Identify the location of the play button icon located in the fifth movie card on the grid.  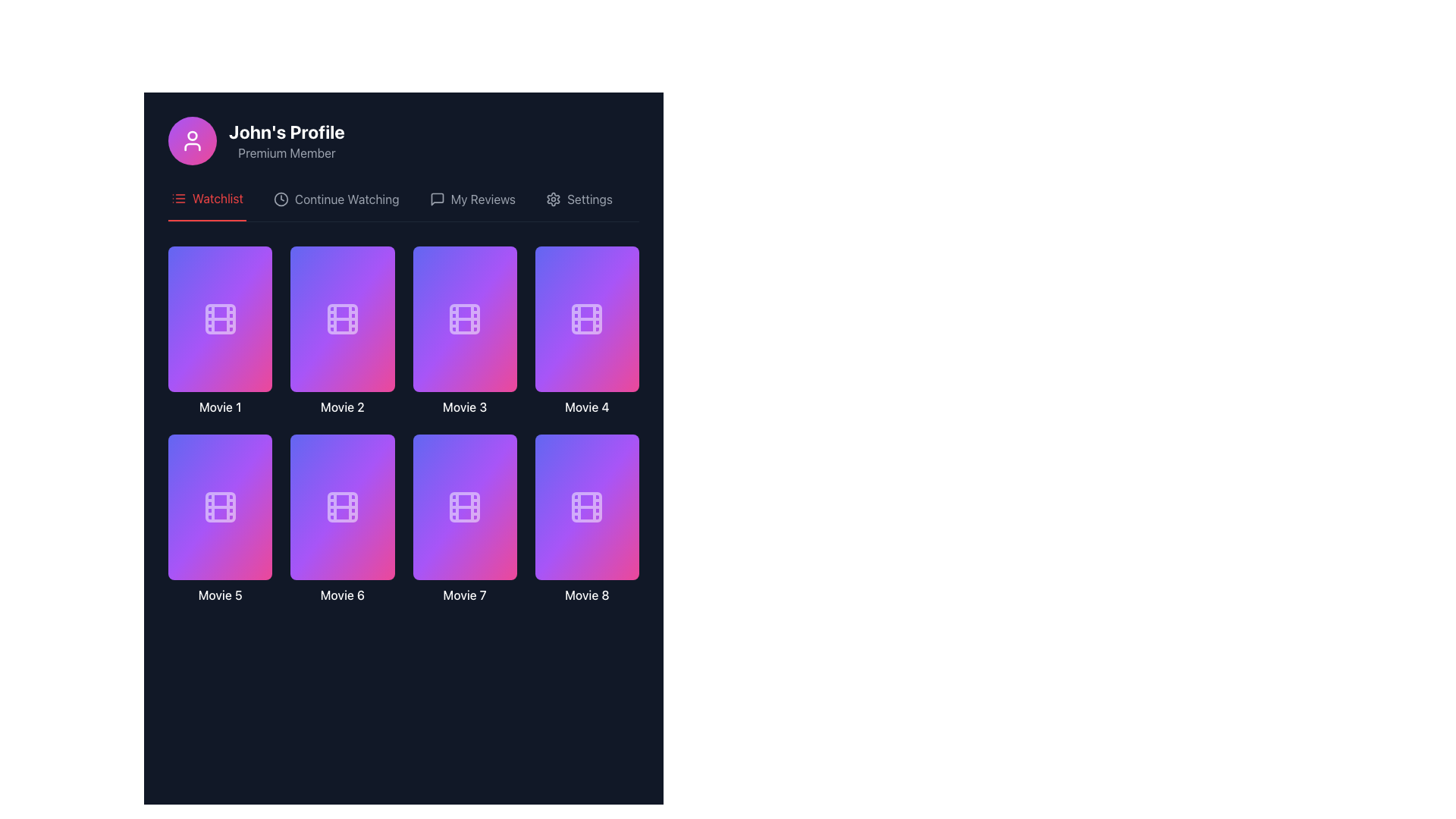
(219, 519).